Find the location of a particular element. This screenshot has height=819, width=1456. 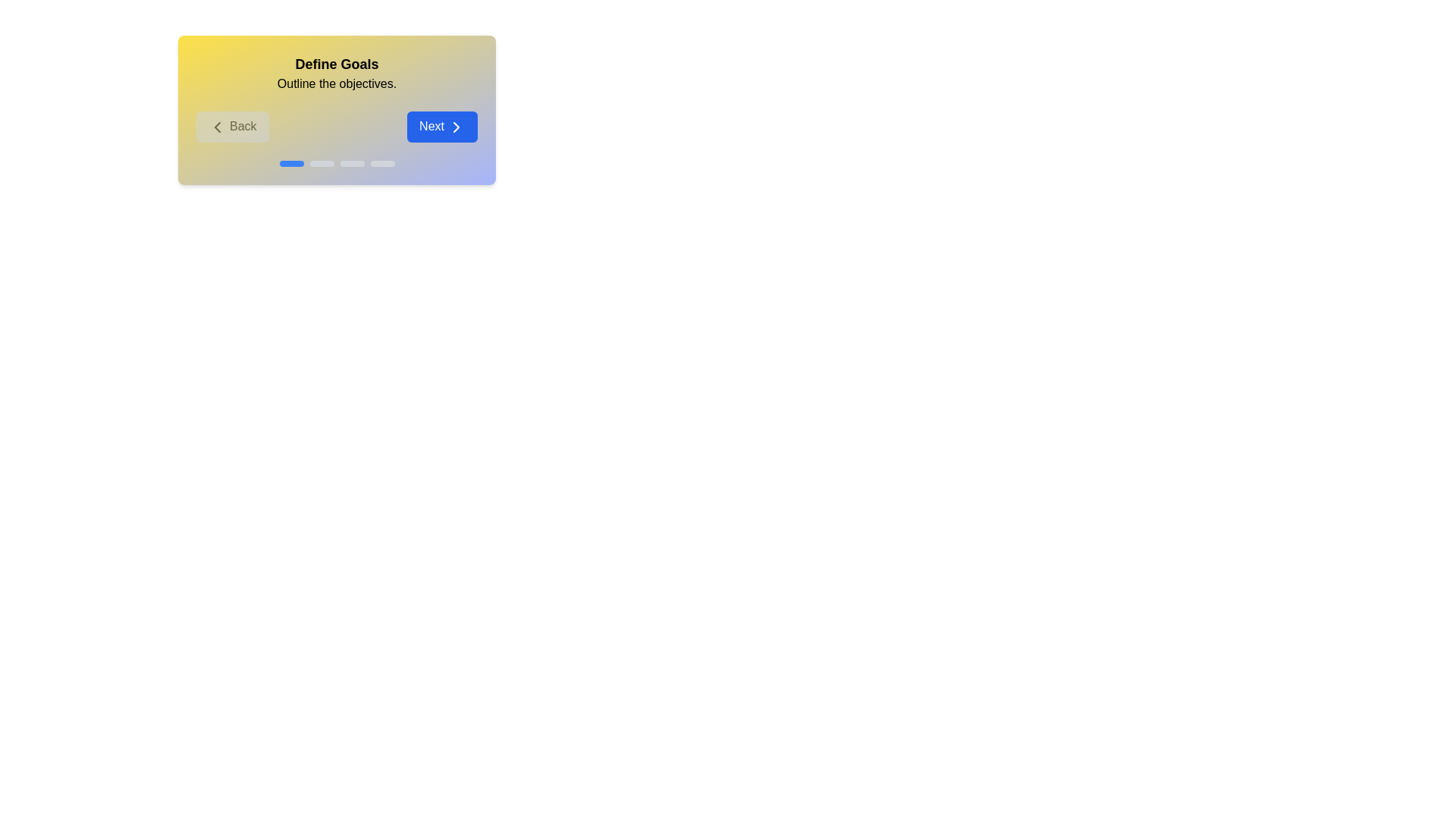

the Next button to navigate between stages is located at coordinates (441, 126).